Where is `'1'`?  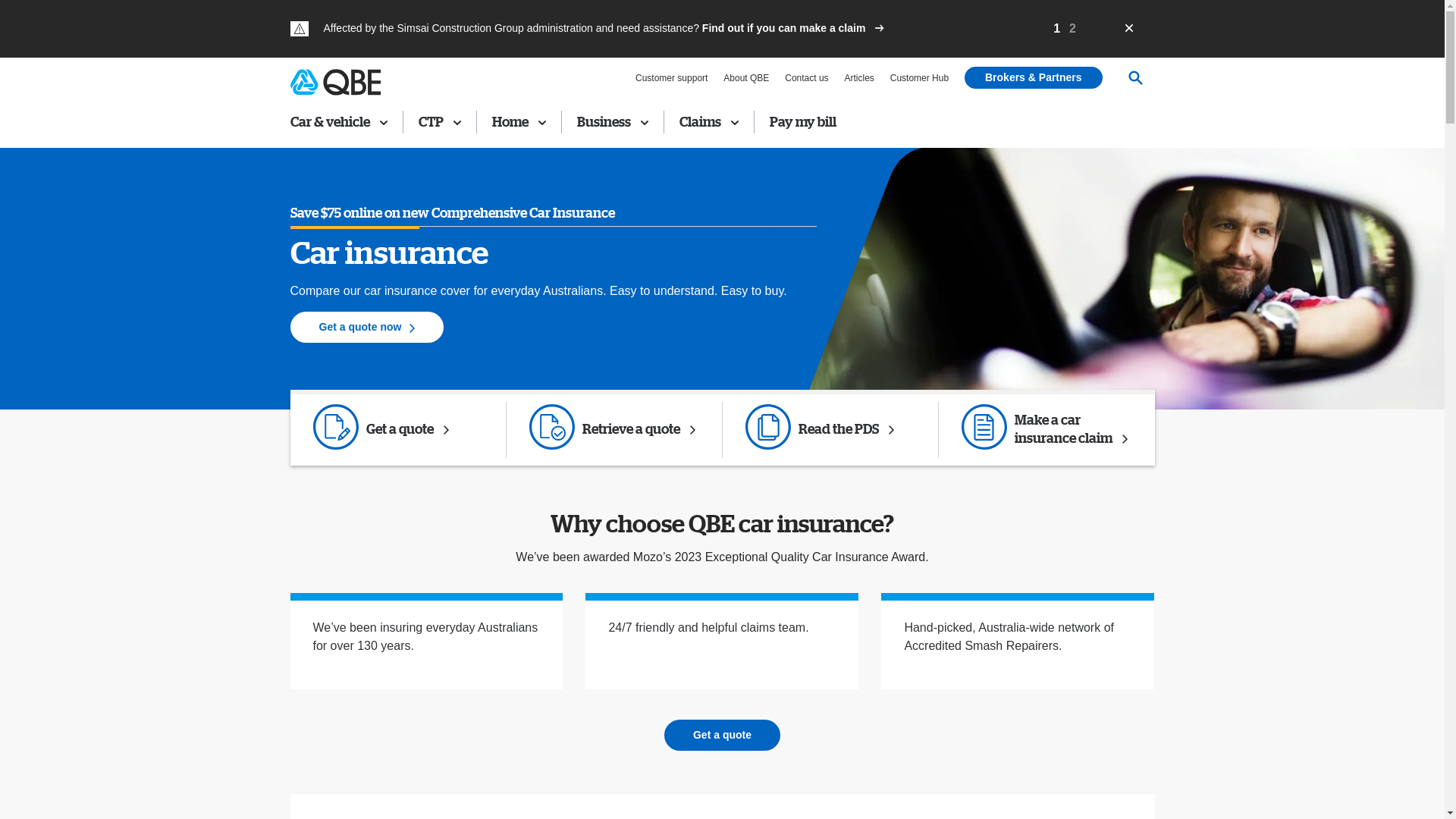
'1' is located at coordinates (1056, 29).